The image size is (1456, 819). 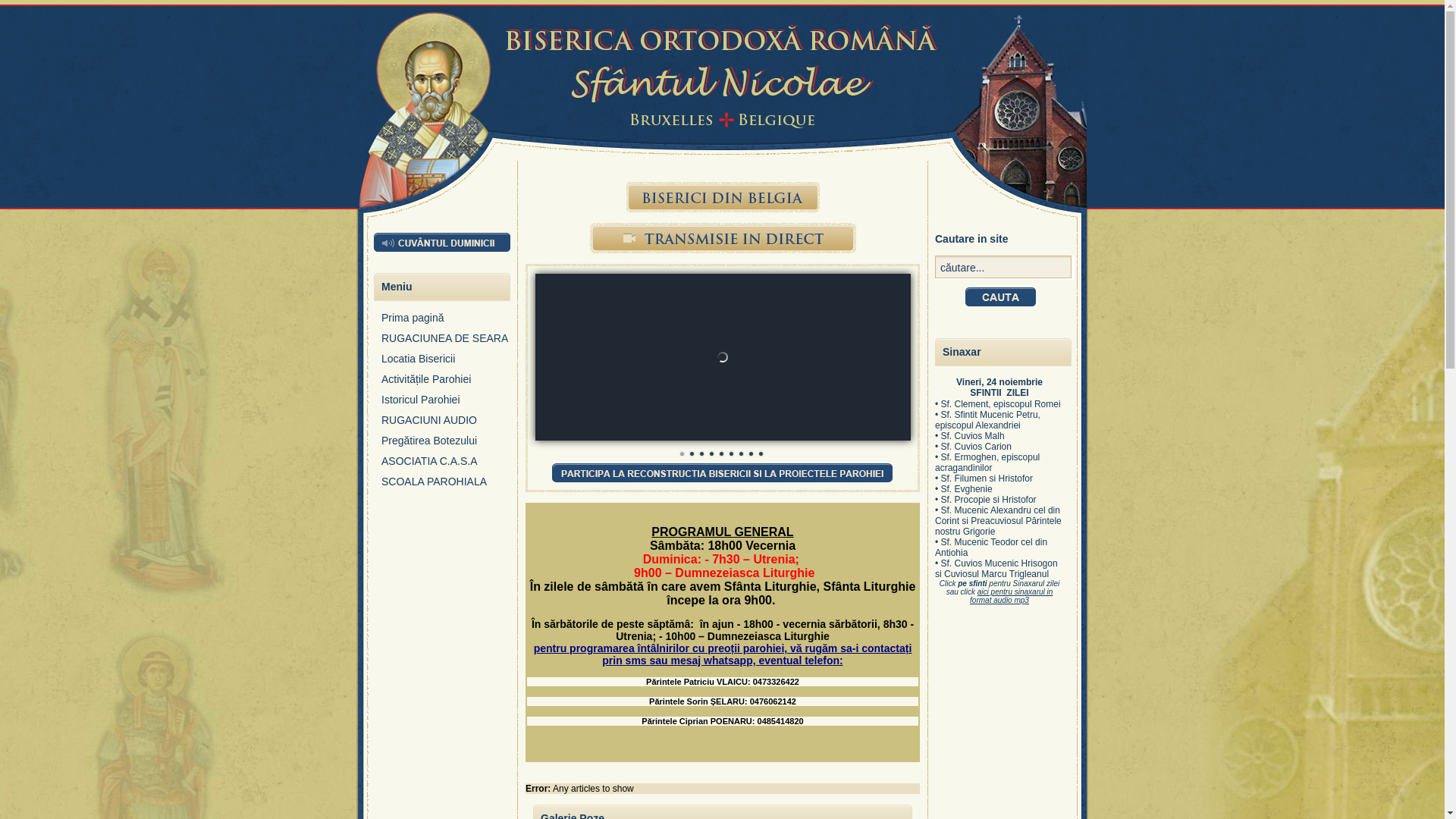 I want to click on 'Locatia Bisericii', so click(x=445, y=362).